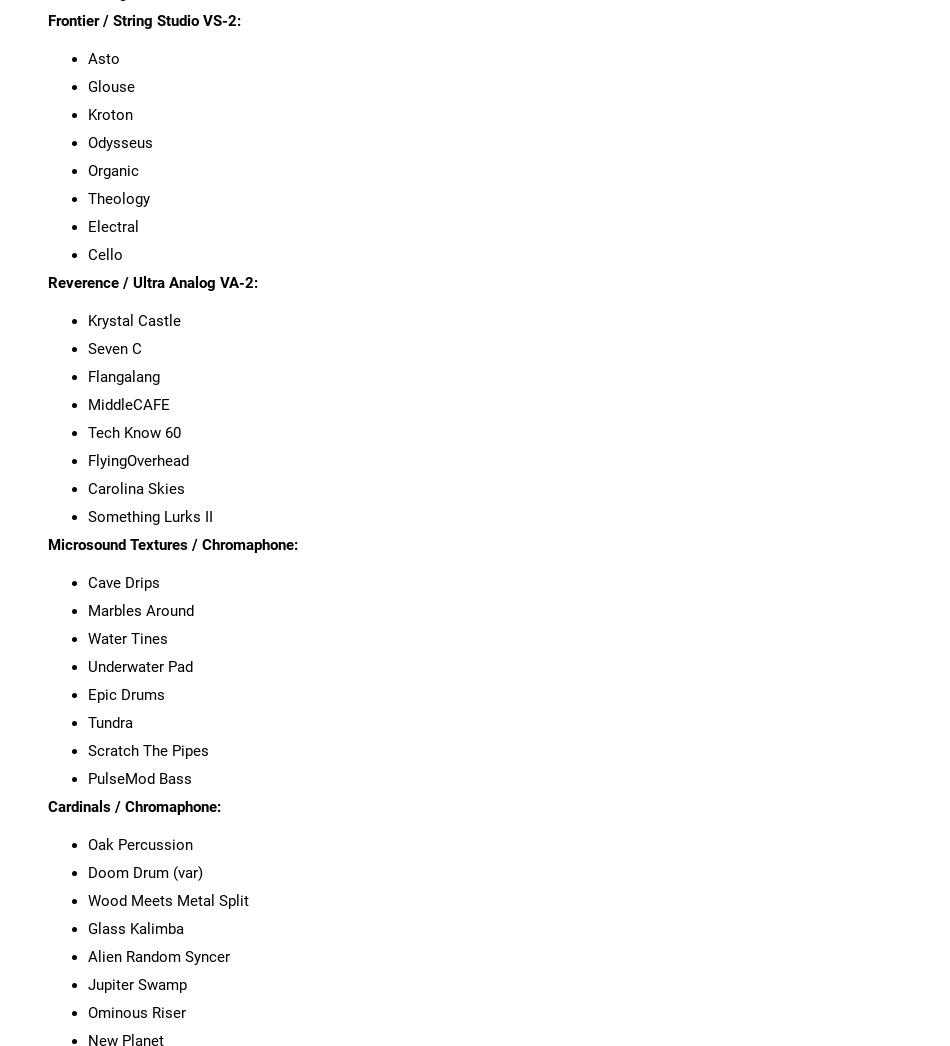 The width and height of the screenshot is (950, 1046). What do you see at coordinates (136, 982) in the screenshot?
I see `'Jupiter Swamp'` at bounding box center [136, 982].